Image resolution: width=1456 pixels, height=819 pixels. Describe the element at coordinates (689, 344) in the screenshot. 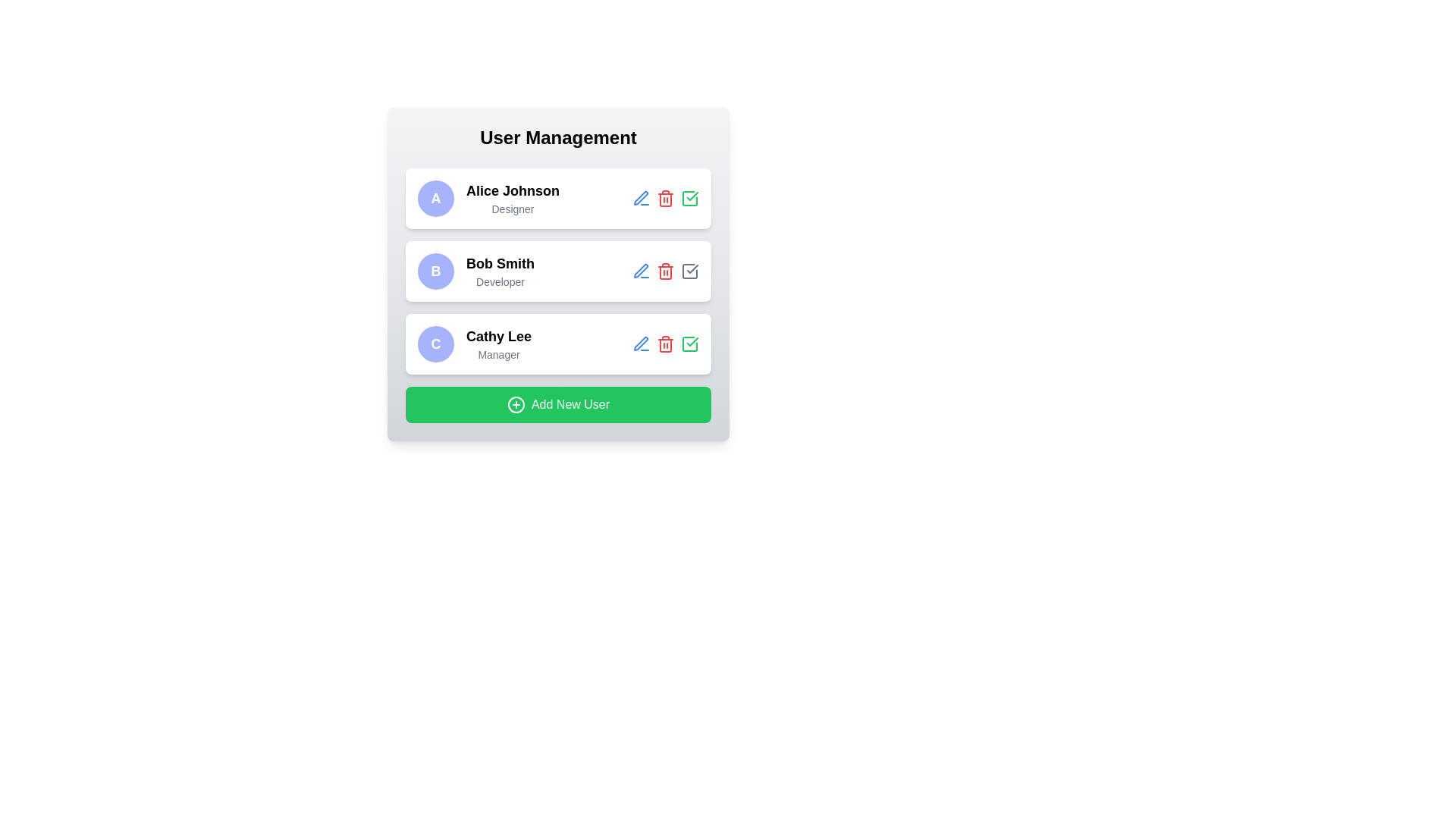

I see `the third checkmark icon next to the 'Cathy Lee' user entry` at that location.